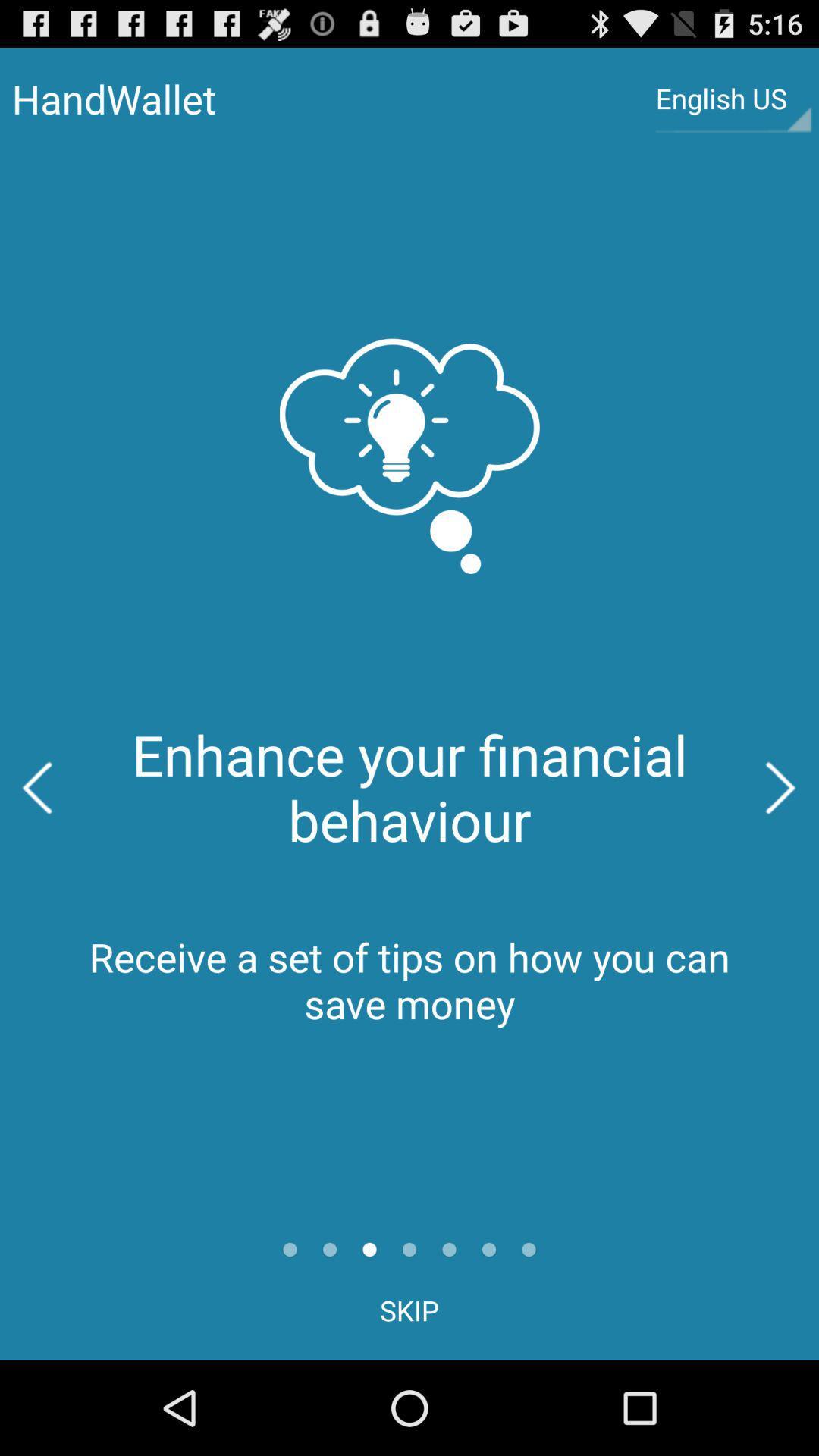 This screenshot has height=1456, width=819. Describe the element at coordinates (409, 1310) in the screenshot. I see `skip` at that location.